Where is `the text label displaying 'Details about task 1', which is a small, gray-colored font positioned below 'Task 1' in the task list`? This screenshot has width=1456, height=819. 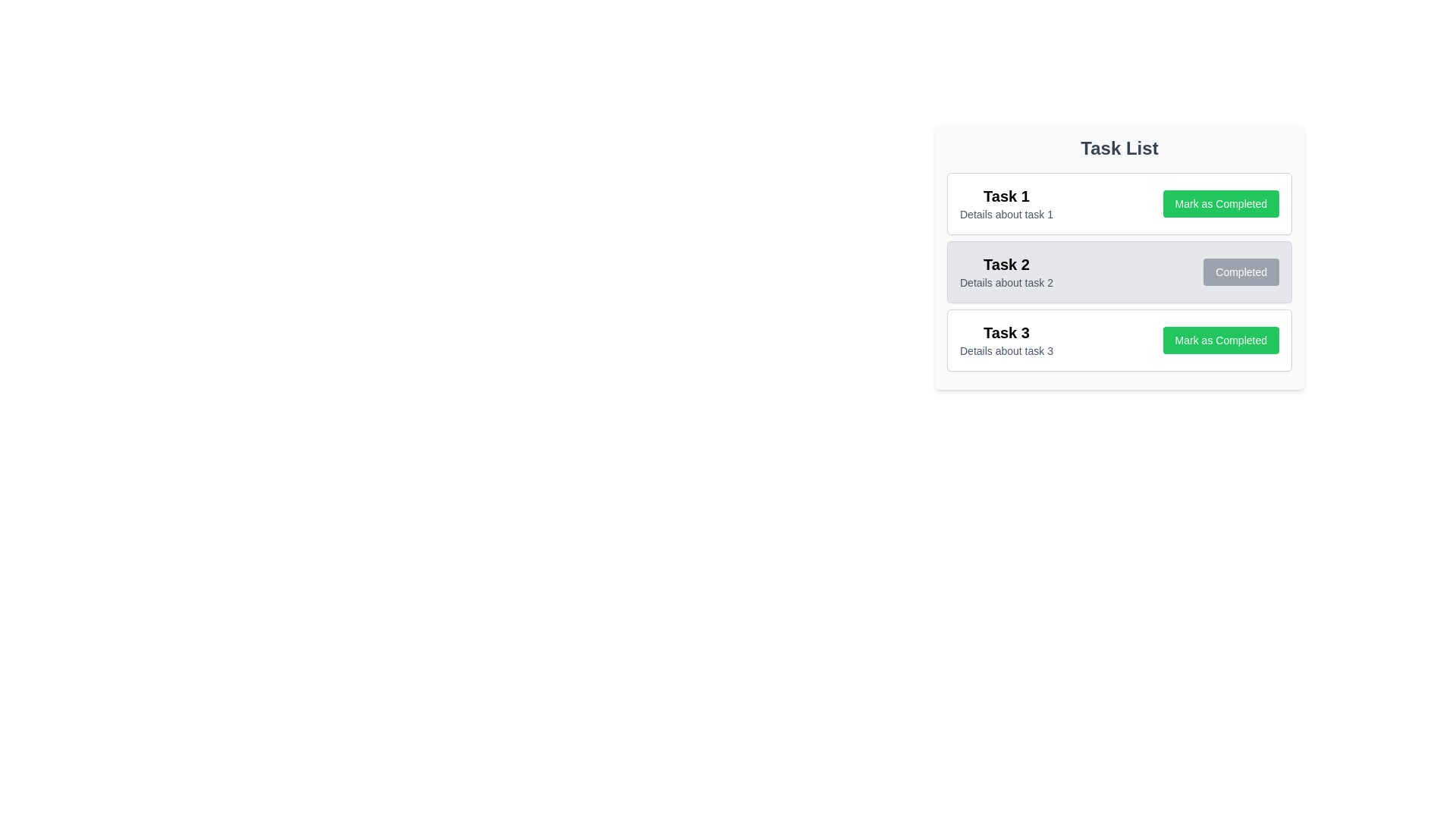
the text label displaying 'Details about task 1', which is a small, gray-colored font positioned below 'Task 1' in the task list is located at coordinates (1006, 214).